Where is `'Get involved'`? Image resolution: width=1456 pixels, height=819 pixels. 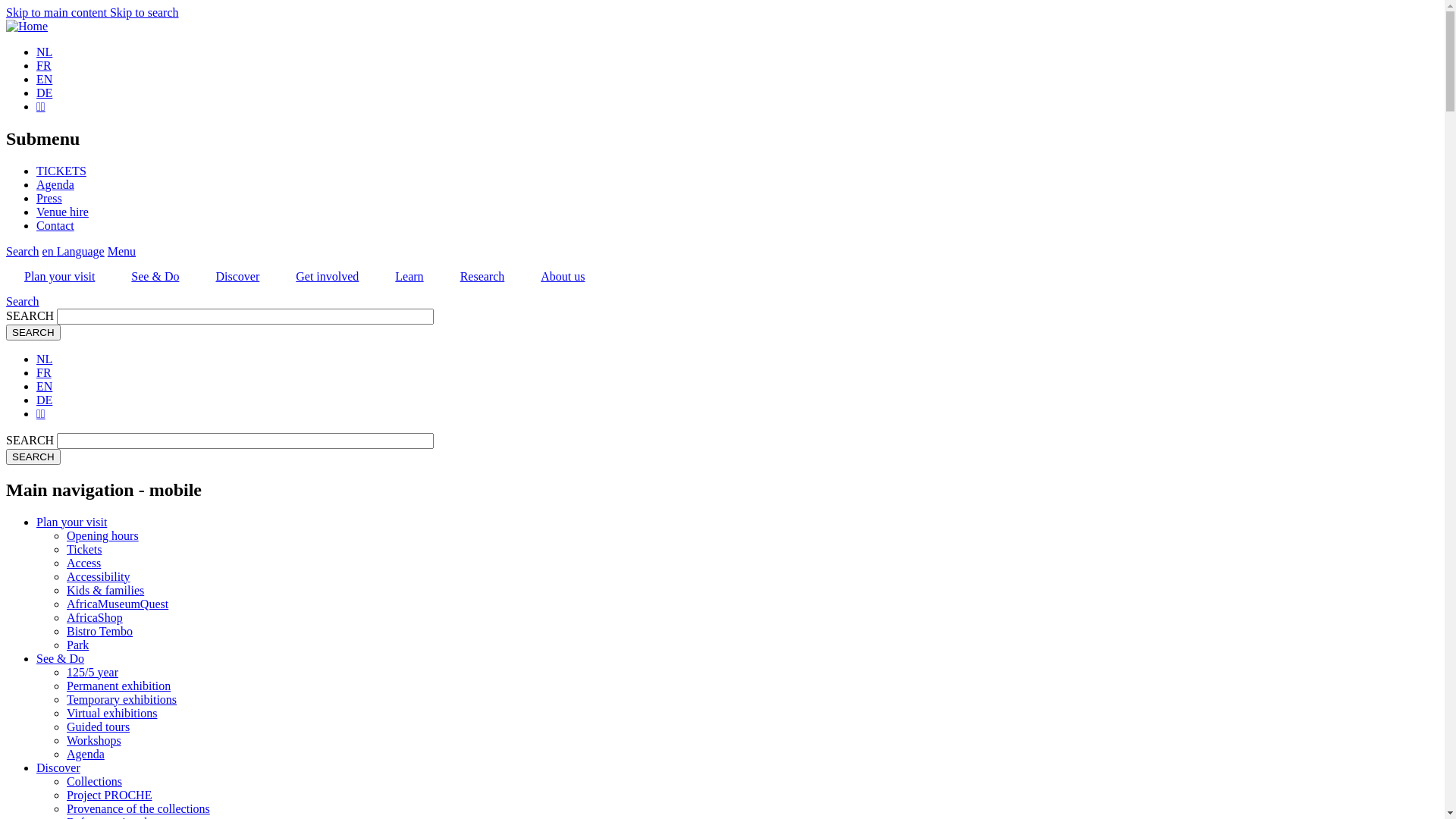 'Get involved' is located at coordinates (326, 277).